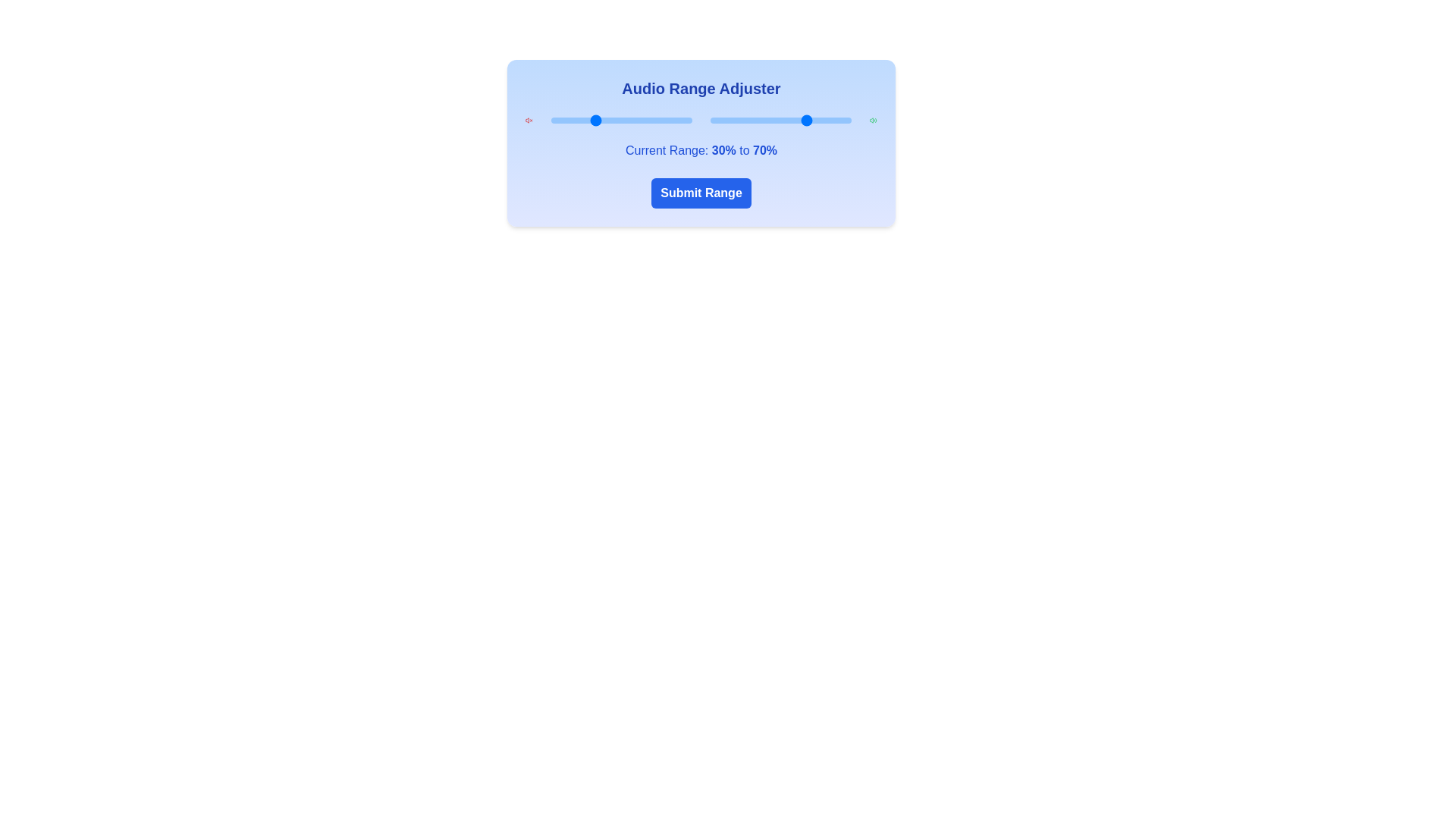 The image size is (1456, 819). What do you see at coordinates (635, 119) in the screenshot?
I see `the slider` at bounding box center [635, 119].